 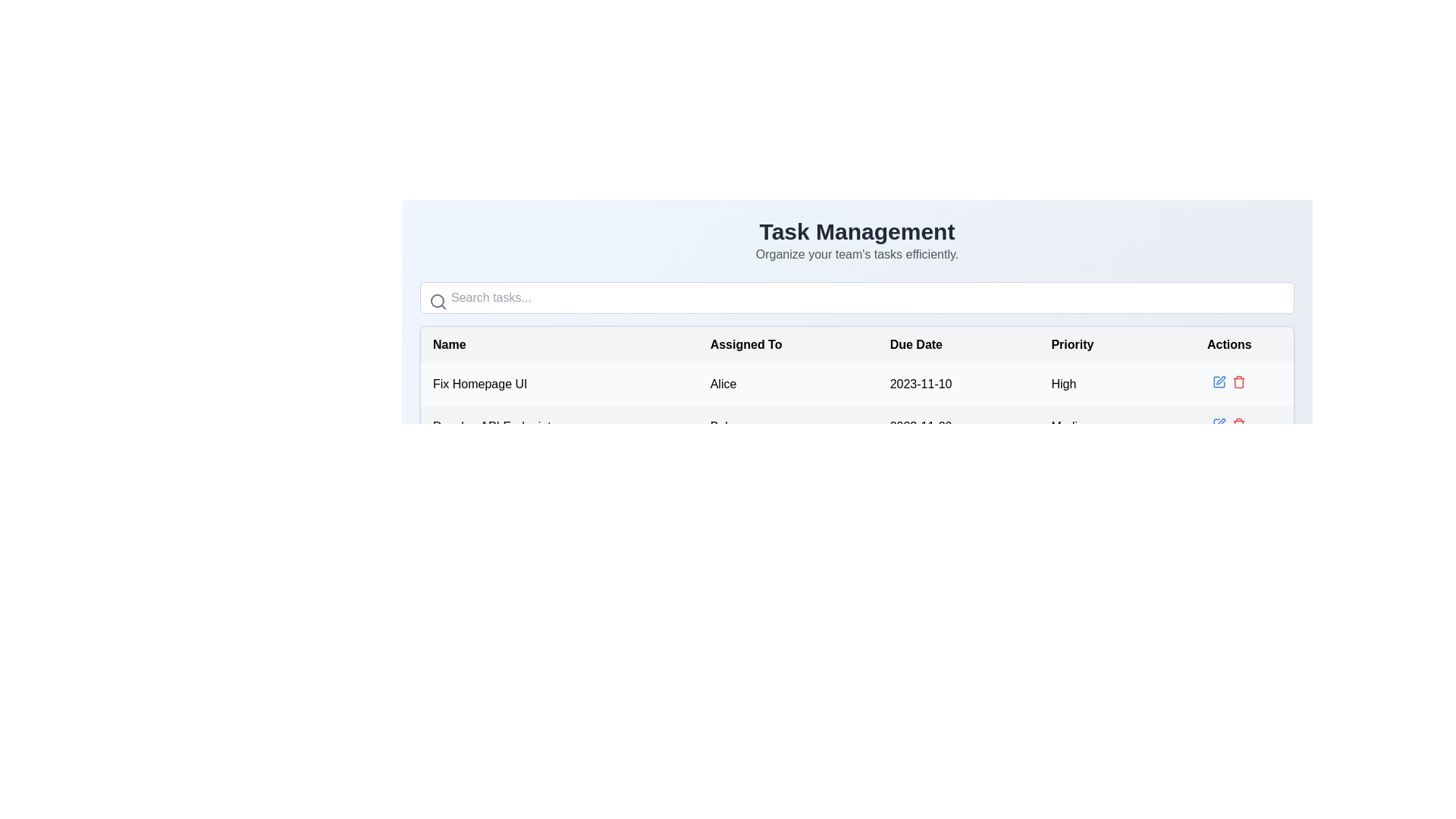 I want to click on the header text element displaying 'Task Management', which is bold and prominently positioned in the center of the header area, so click(x=857, y=231).